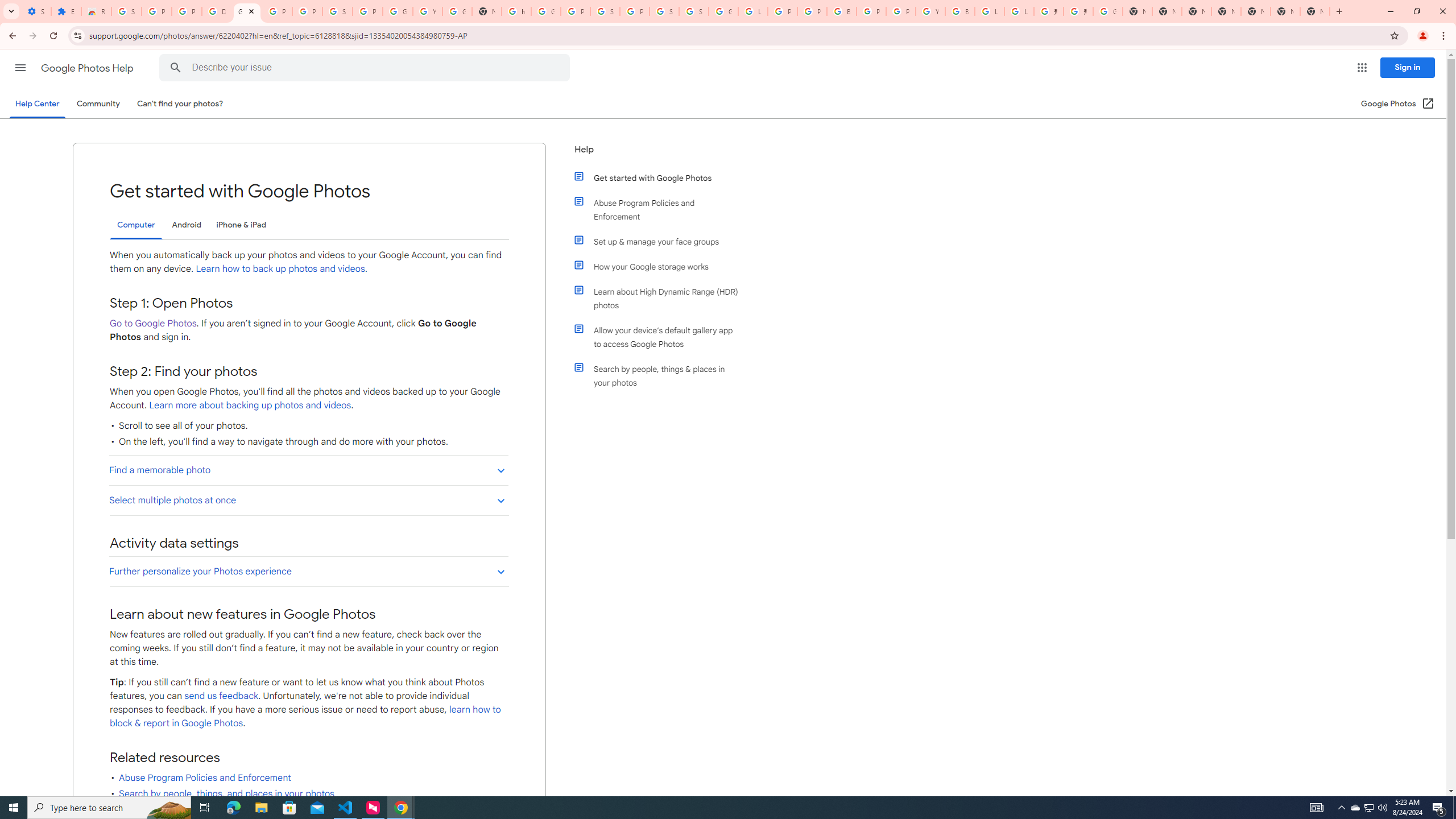  What do you see at coordinates (19, 67) in the screenshot?
I see `'Main menu'` at bounding box center [19, 67].